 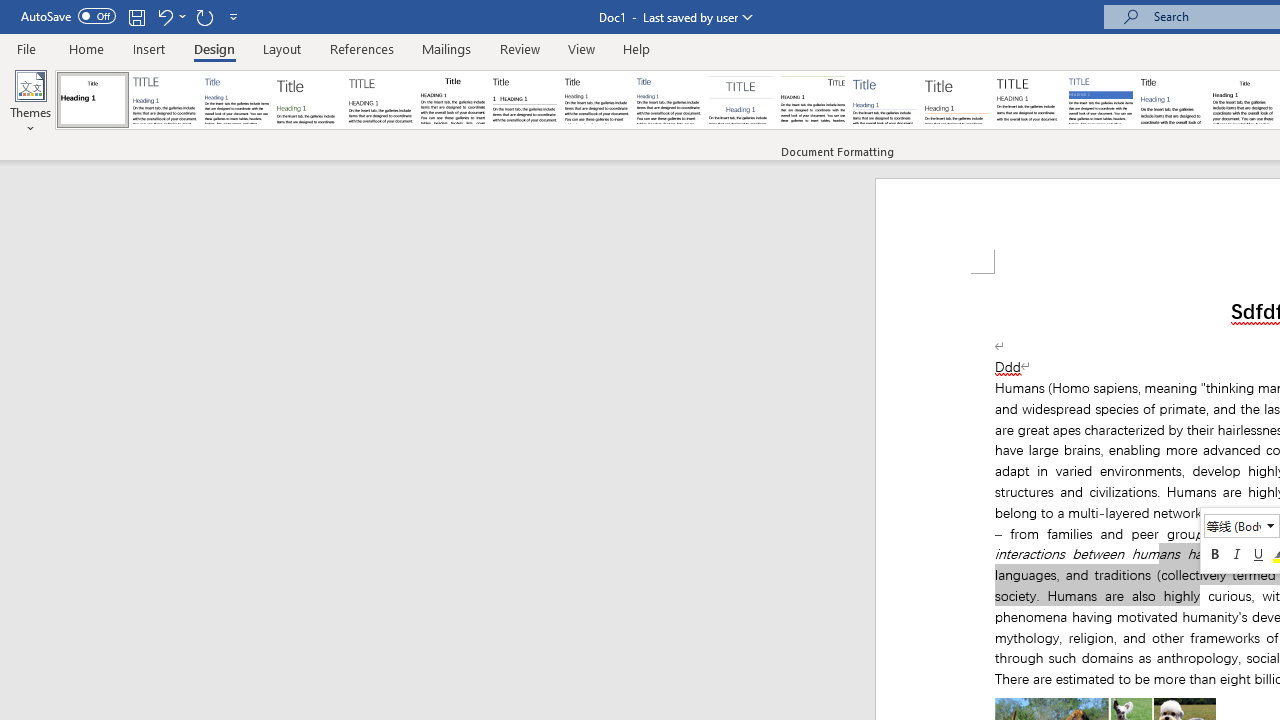 What do you see at coordinates (1173, 100) in the screenshot?
I see `'Word'` at bounding box center [1173, 100].